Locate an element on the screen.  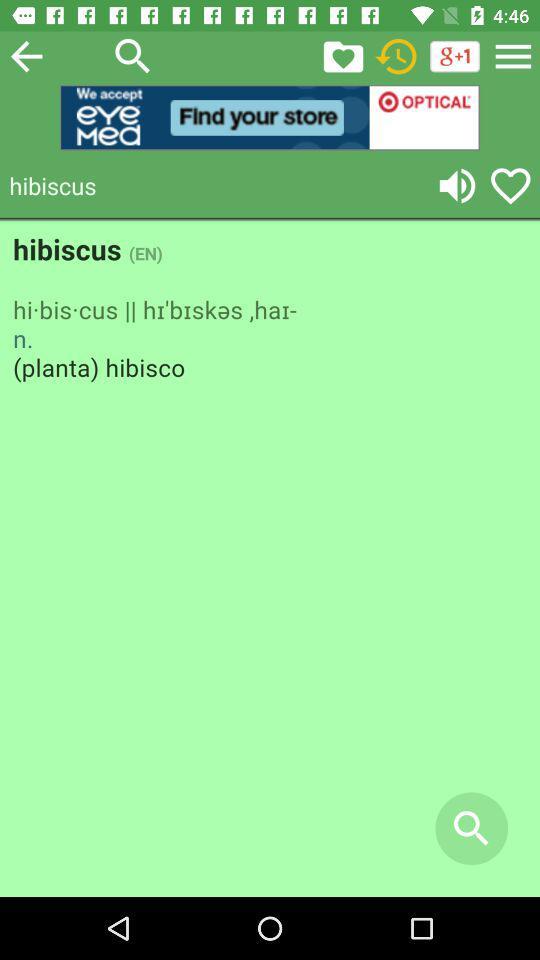
volume switch is located at coordinates (457, 185).